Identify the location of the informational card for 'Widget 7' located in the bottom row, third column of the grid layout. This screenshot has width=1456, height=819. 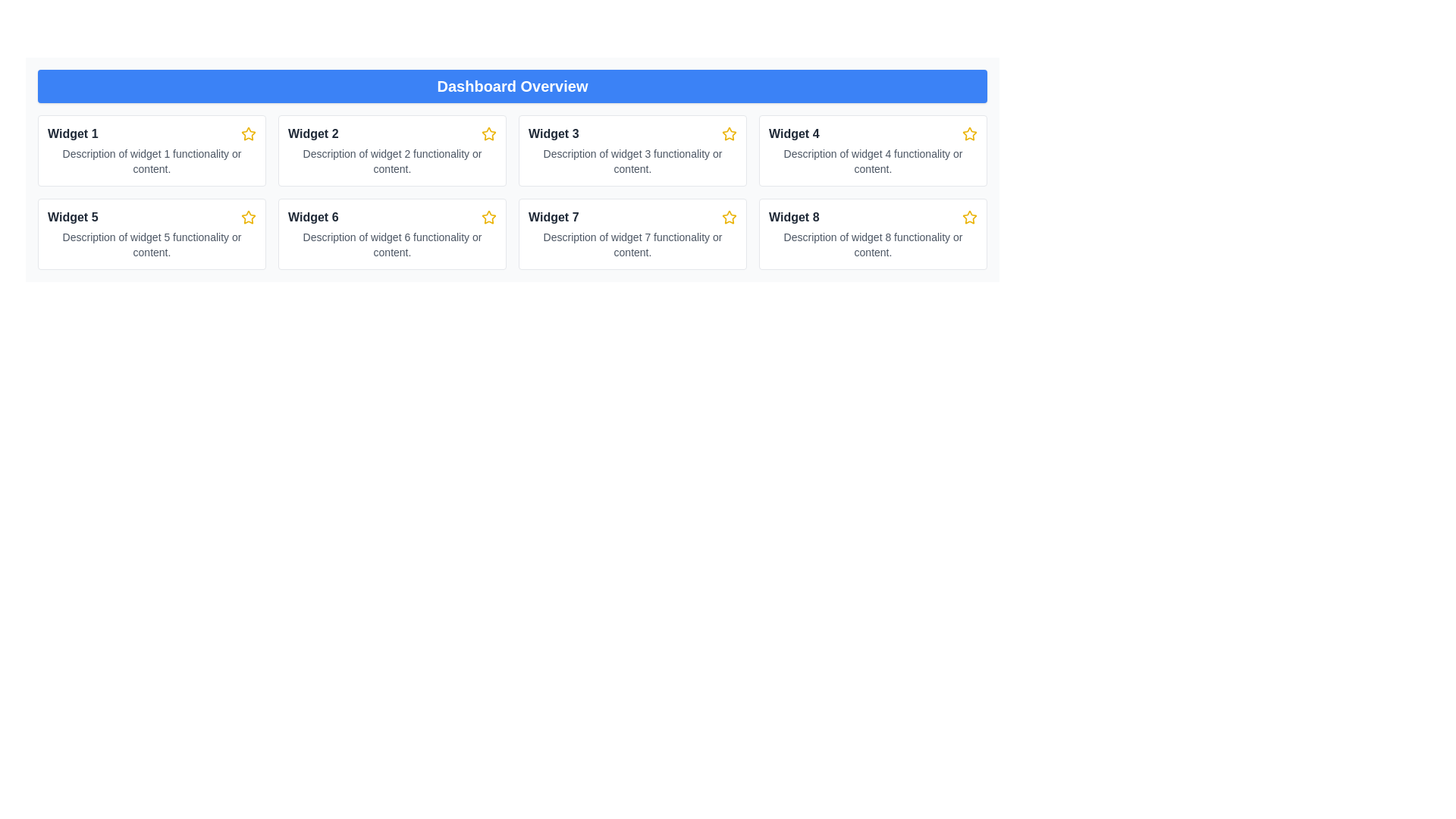
(632, 234).